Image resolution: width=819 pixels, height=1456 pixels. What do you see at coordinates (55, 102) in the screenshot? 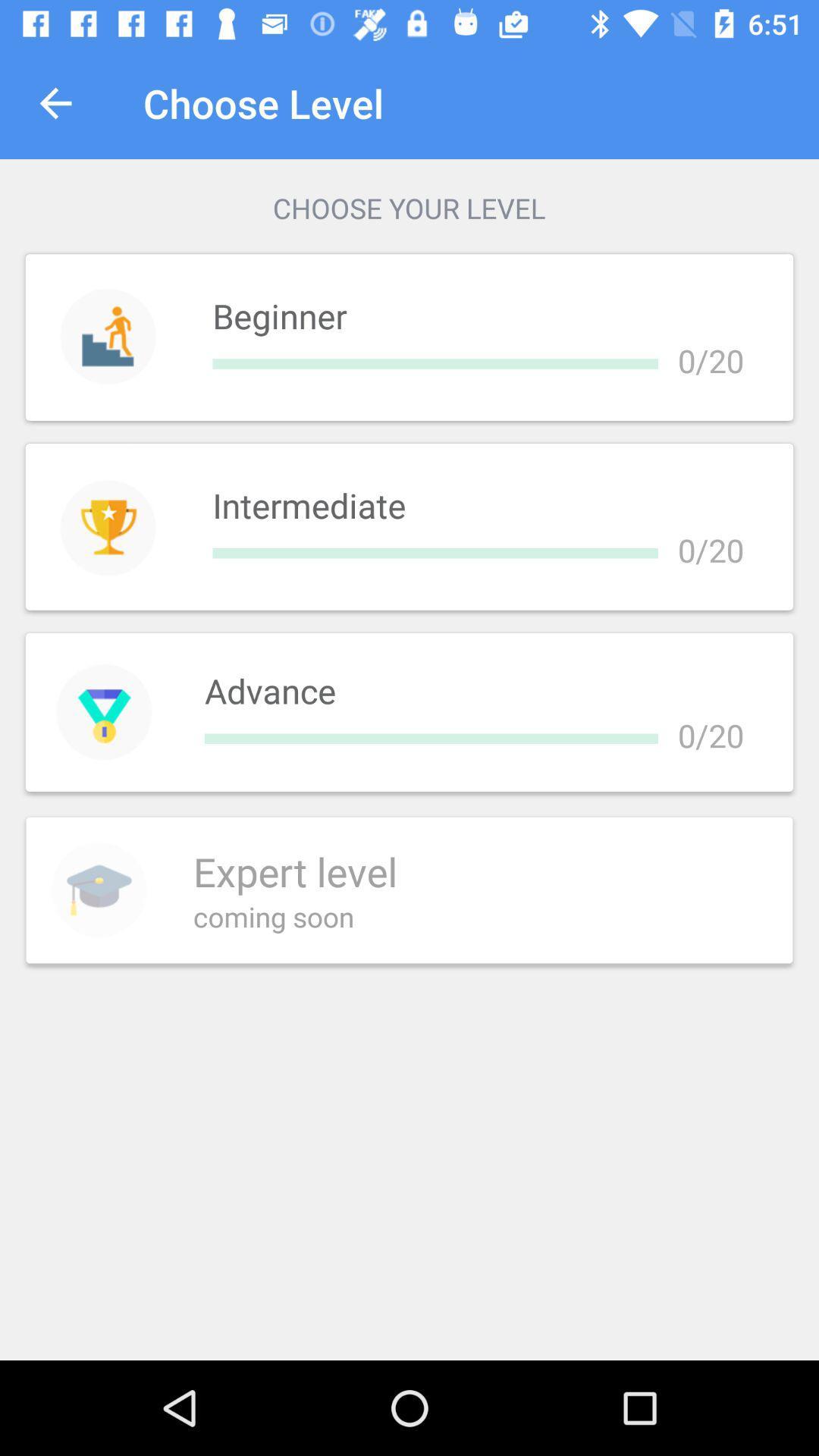
I see `icon next to choose level item` at bounding box center [55, 102].